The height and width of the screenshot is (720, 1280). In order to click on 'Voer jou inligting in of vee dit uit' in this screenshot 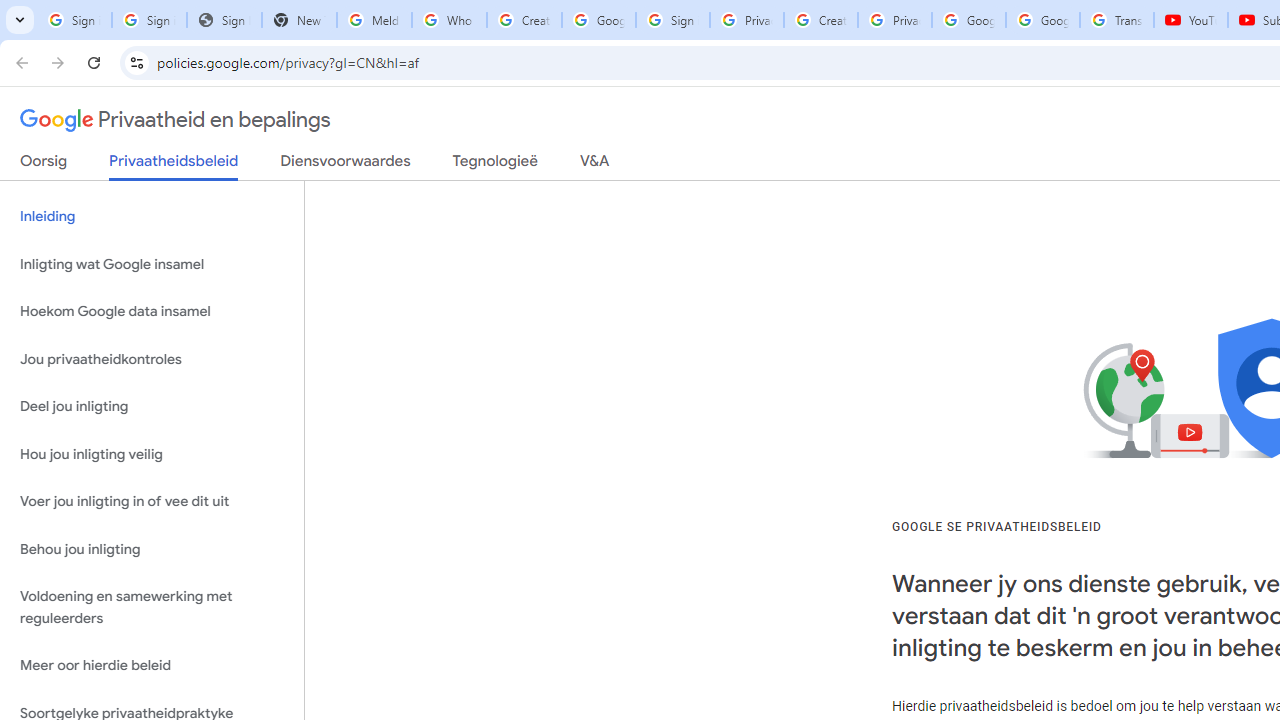, I will do `click(151, 501)`.